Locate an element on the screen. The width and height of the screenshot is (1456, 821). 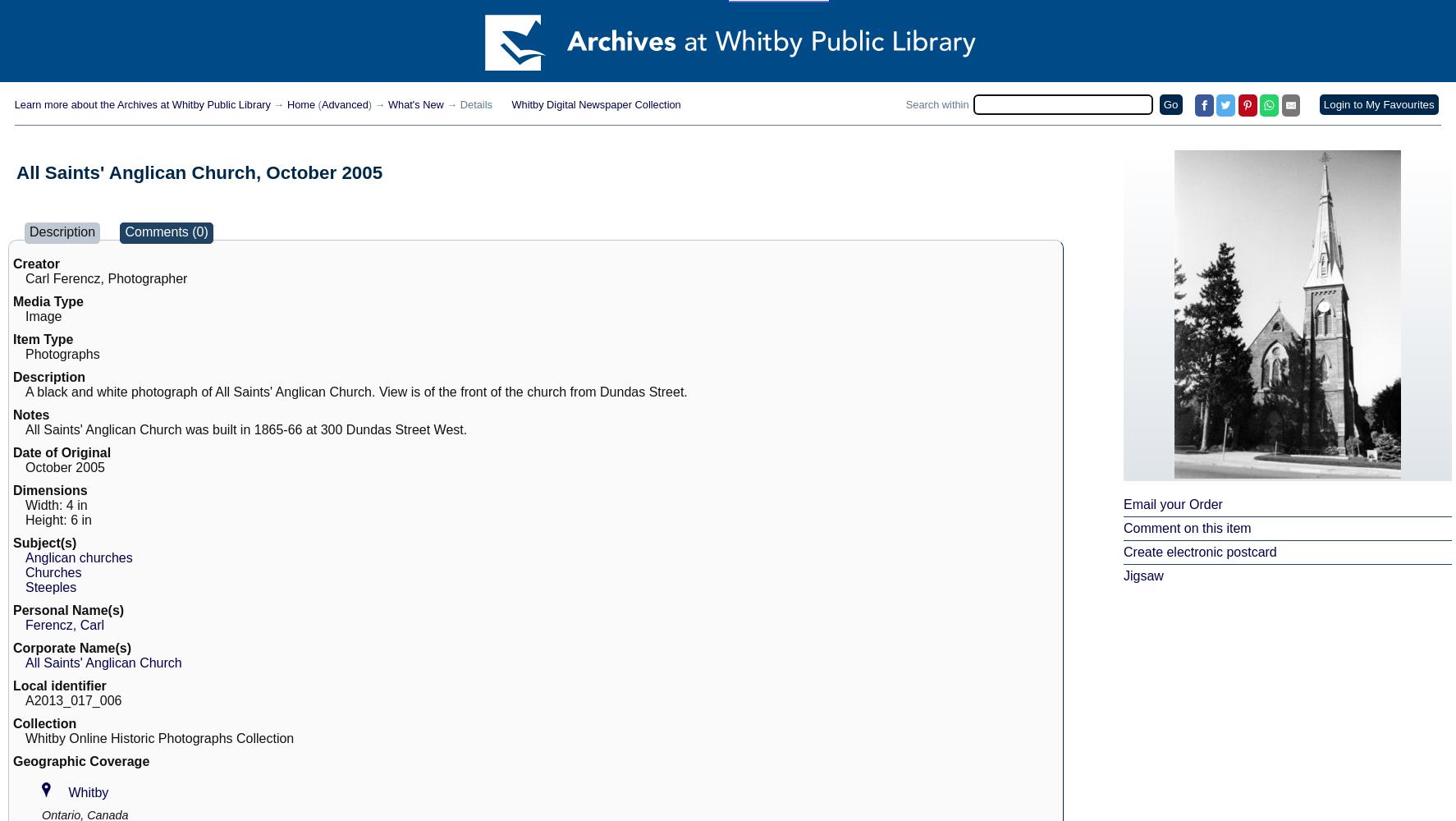
'Date of Original' is located at coordinates (61, 452).